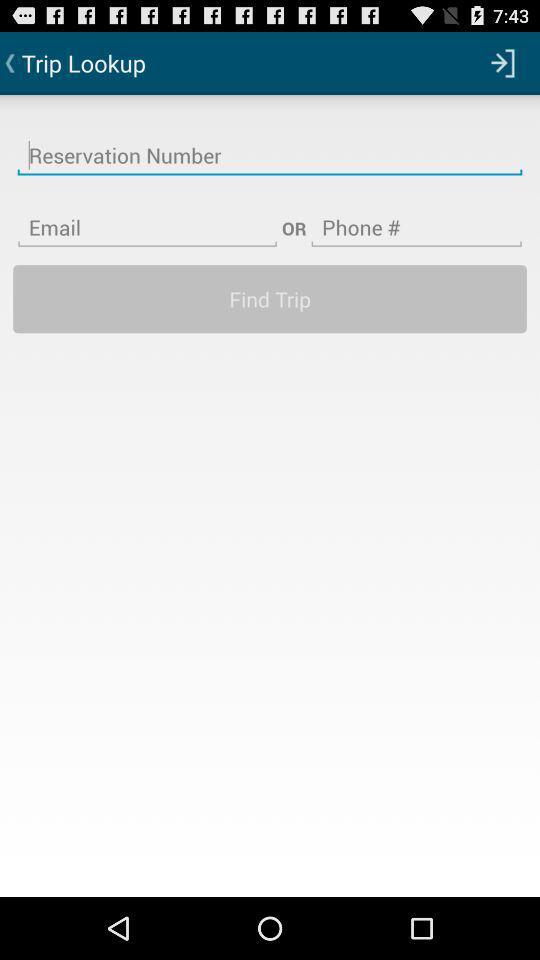 This screenshot has width=540, height=960. Describe the element at coordinates (415, 215) in the screenshot. I see `phone number` at that location.